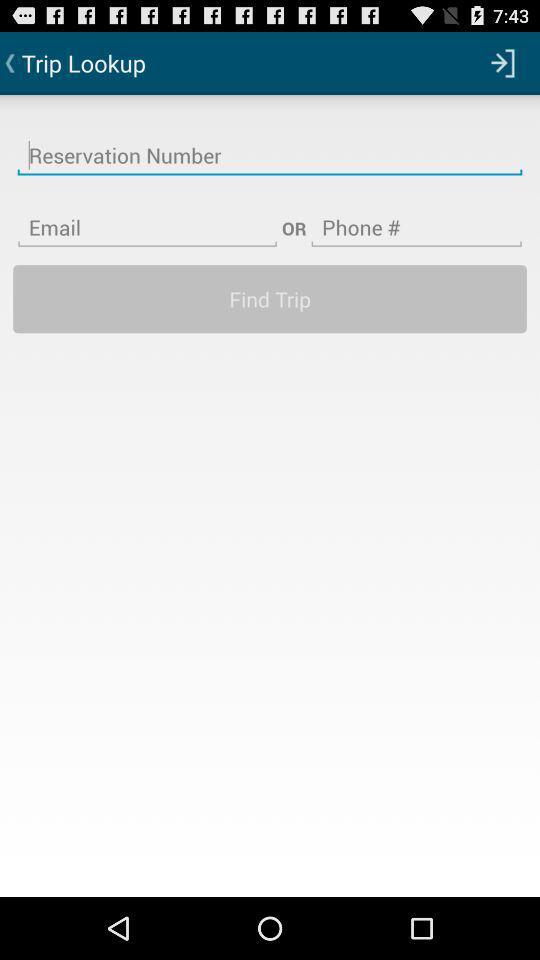 This screenshot has width=540, height=960. Describe the element at coordinates (415, 215) in the screenshot. I see `phone number` at that location.